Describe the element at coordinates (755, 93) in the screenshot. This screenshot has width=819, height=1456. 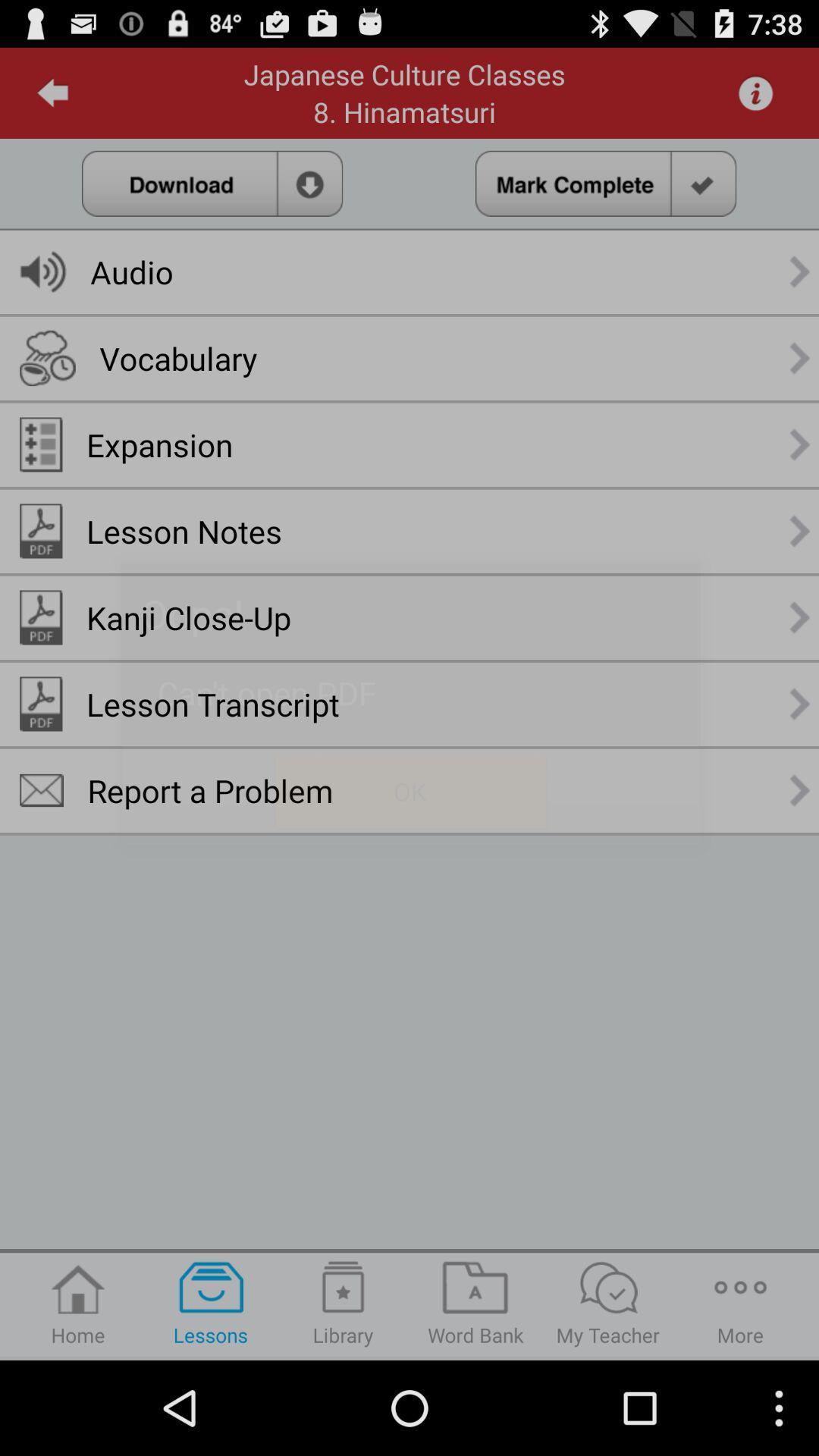
I see `the icon to the right of the japanese culture classes item` at that location.